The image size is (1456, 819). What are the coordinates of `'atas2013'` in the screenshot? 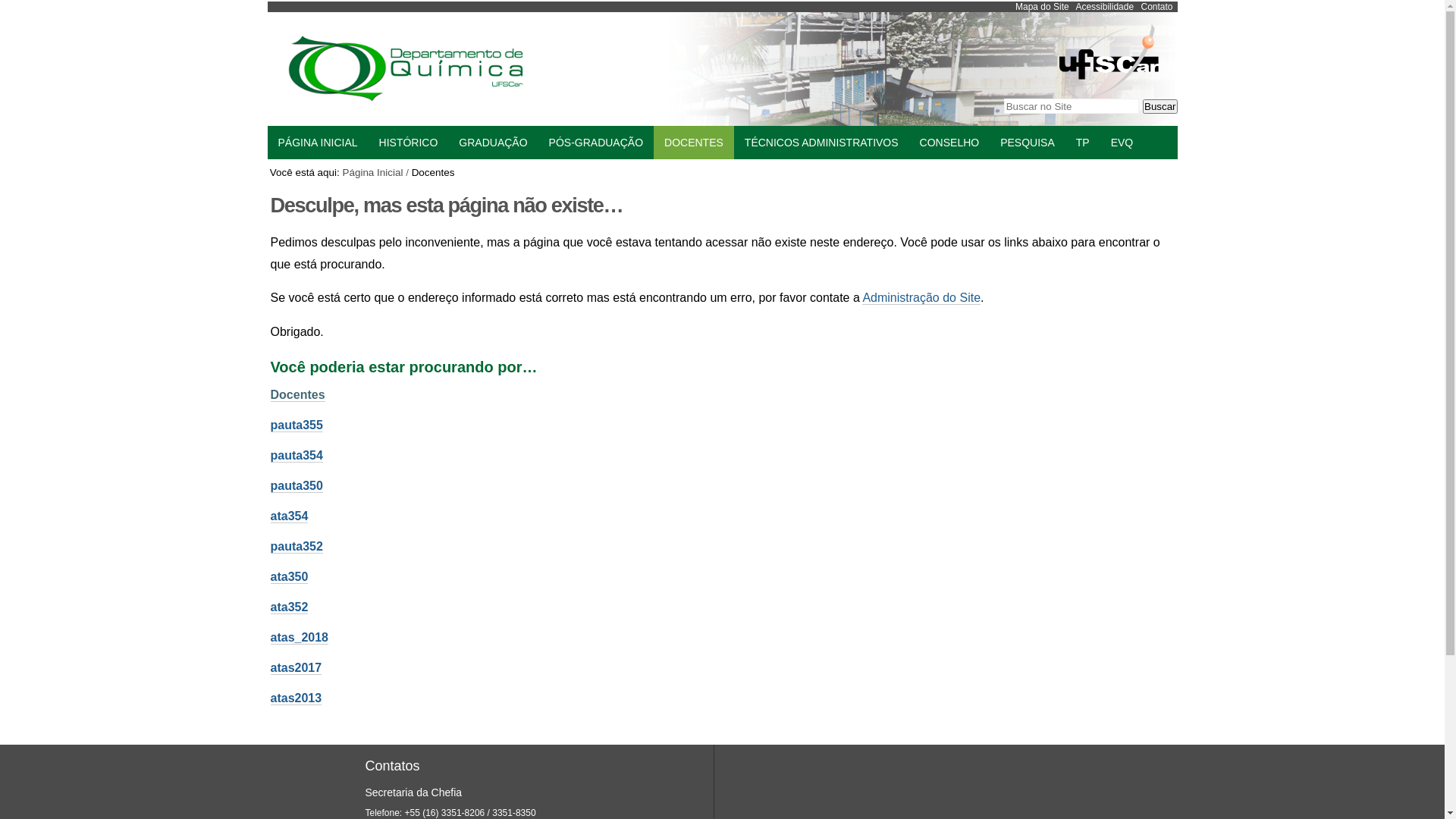 It's located at (295, 698).